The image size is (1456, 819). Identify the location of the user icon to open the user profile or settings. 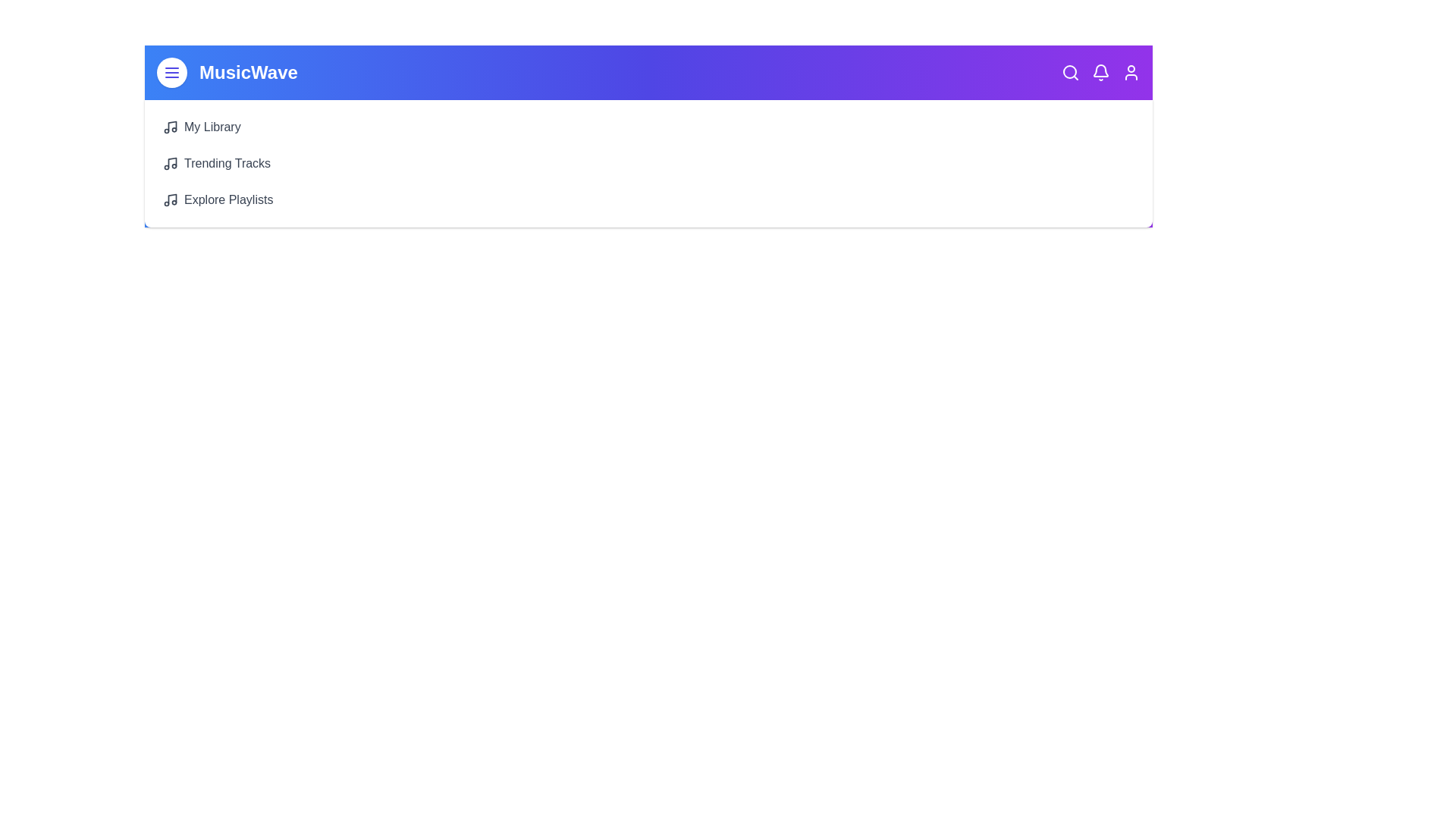
(1131, 73).